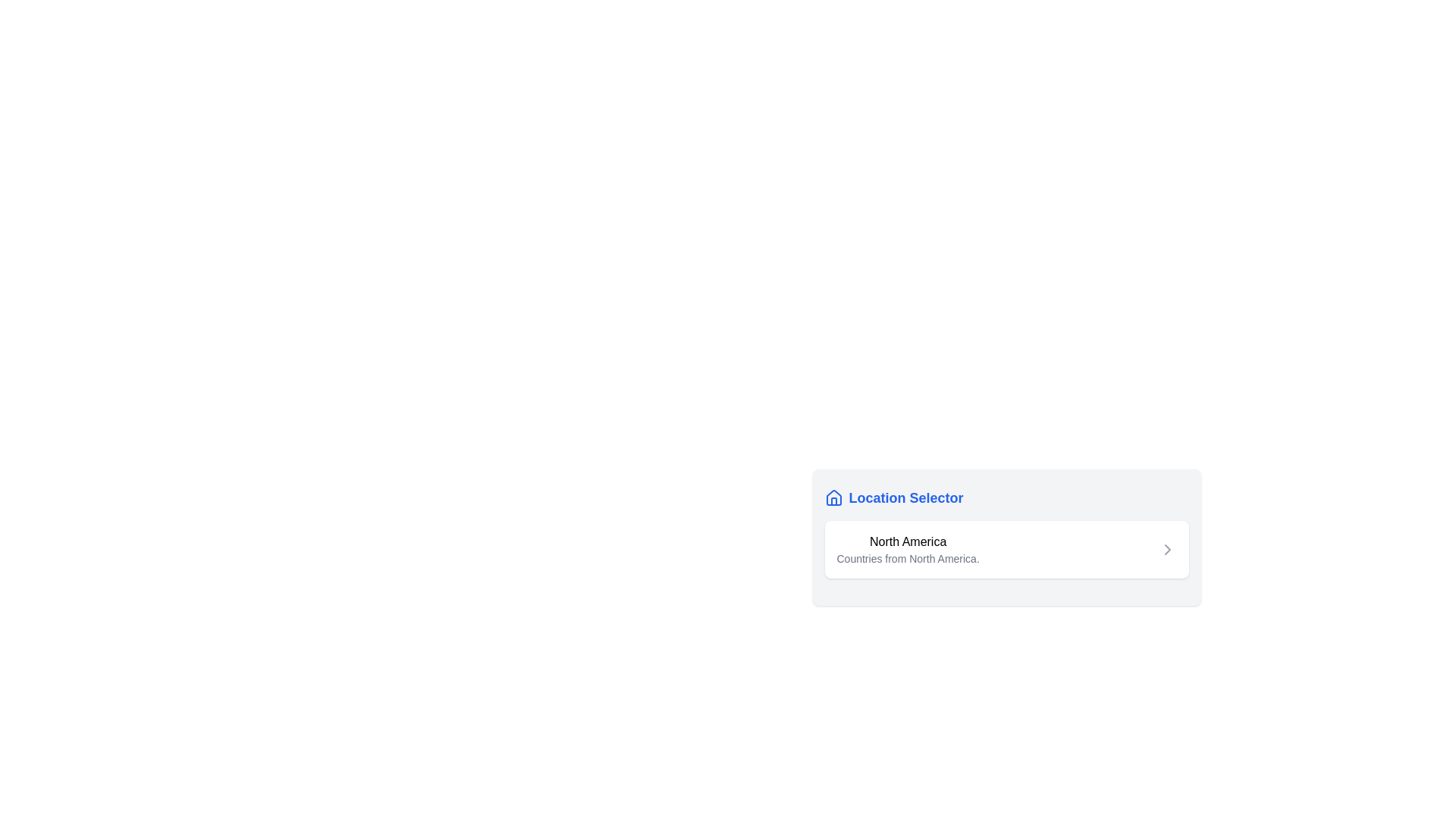 The width and height of the screenshot is (1456, 819). I want to click on the 'Location Selector' text label, which is styled in bold and blue, positioned to the right of a home icon, so click(906, 497).